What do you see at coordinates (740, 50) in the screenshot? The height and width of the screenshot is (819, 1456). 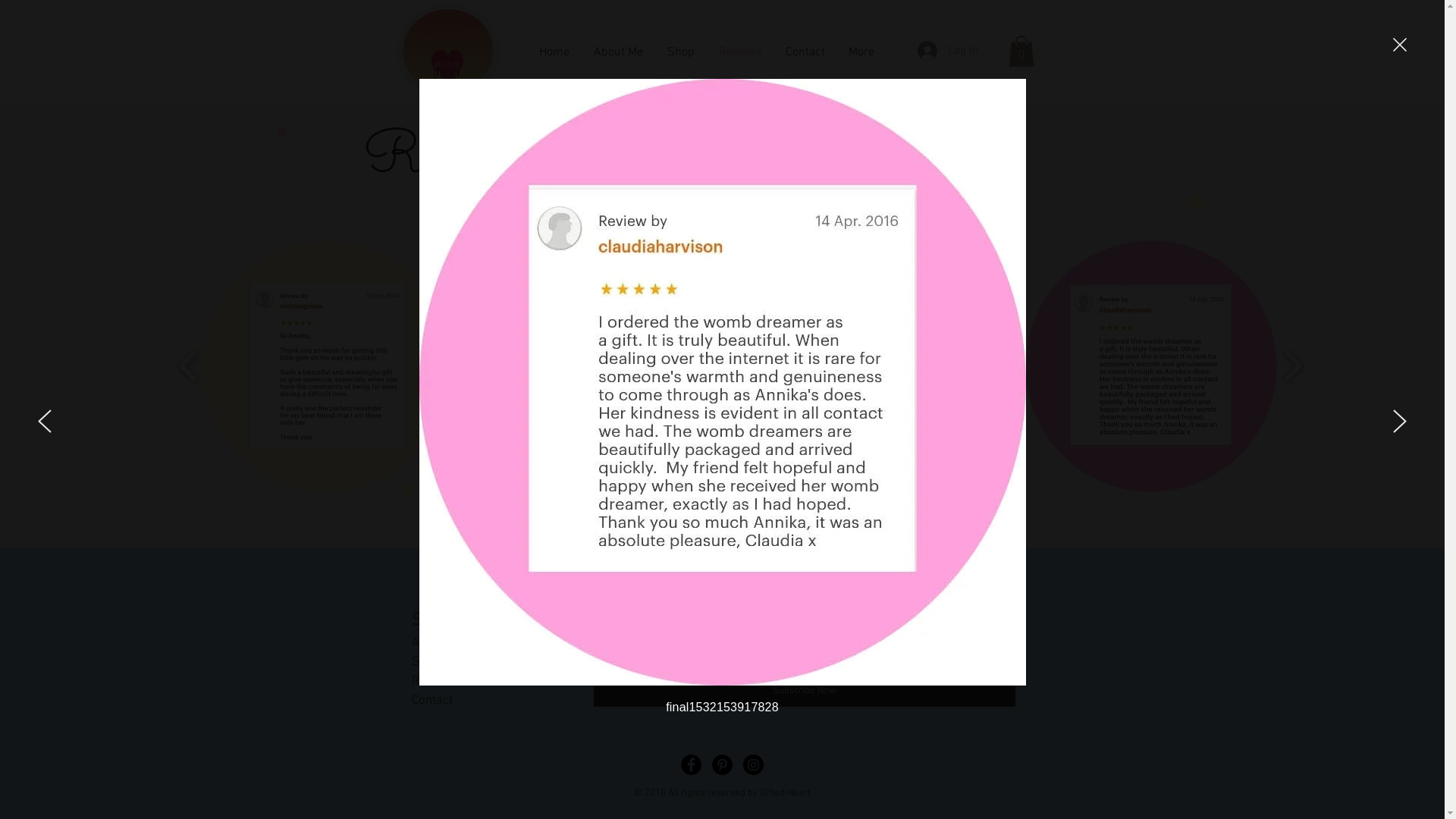 I see `'Reviews'` at bounding box center [740, 50].